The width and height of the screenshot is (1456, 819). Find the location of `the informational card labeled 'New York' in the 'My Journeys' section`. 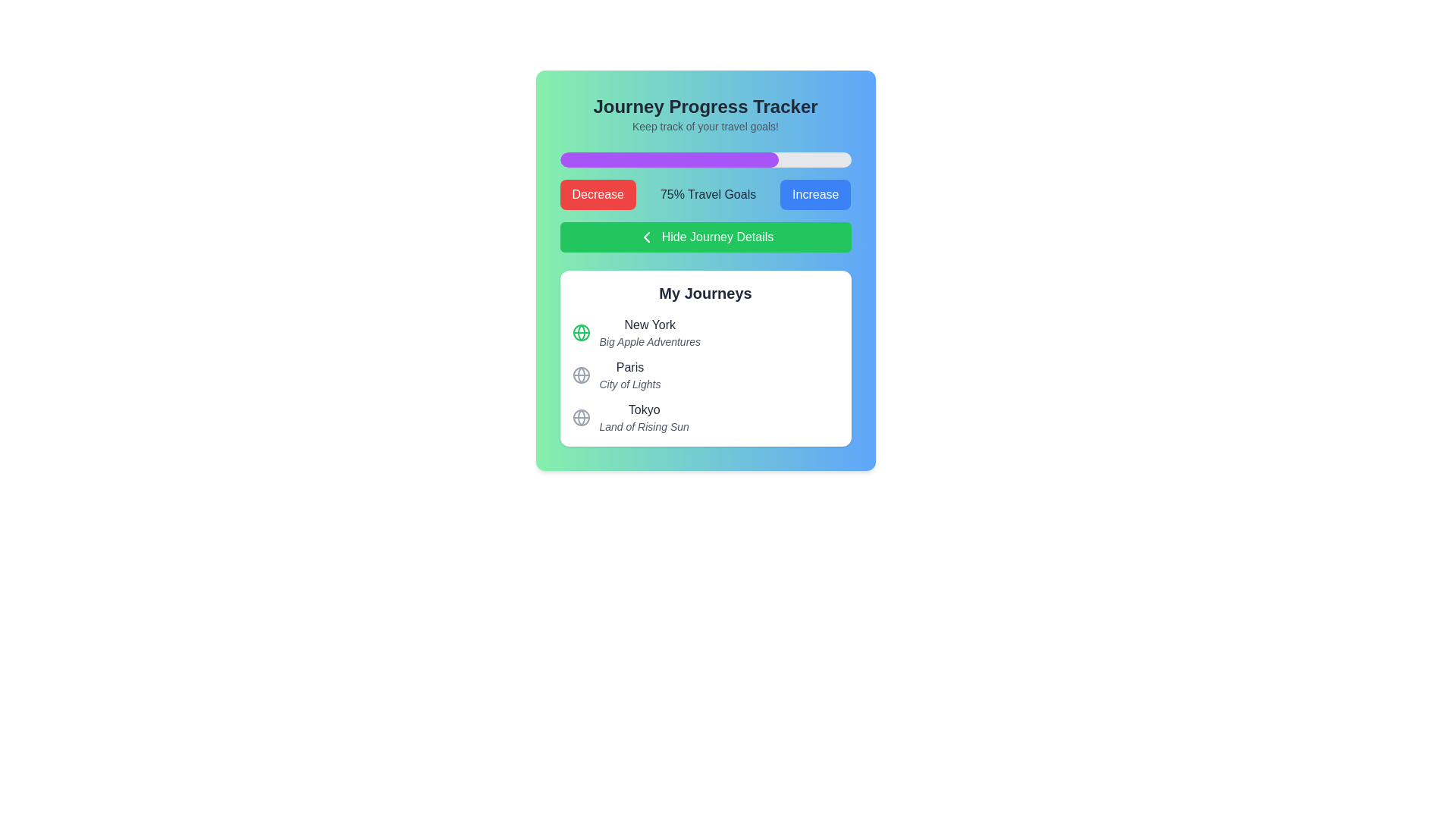

the informational card labeled 'New York' in the 'My Journeys' section is located at coordinates (704, 332).